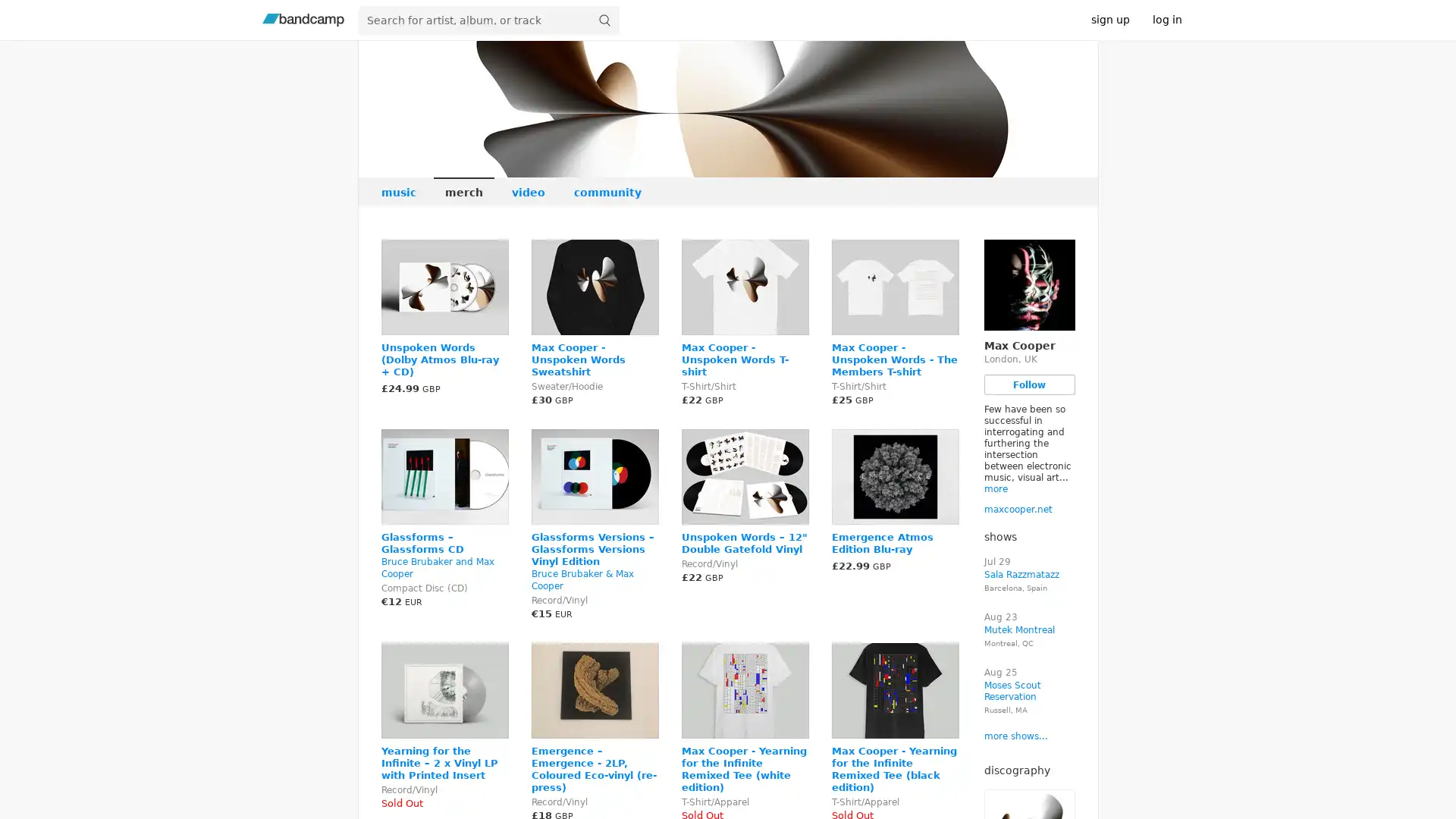 The height and width of the screenshot is (819, 1456). Describe the element at coordinates (603, 20) in the screenshot. I see `submit for full search page` at that location.